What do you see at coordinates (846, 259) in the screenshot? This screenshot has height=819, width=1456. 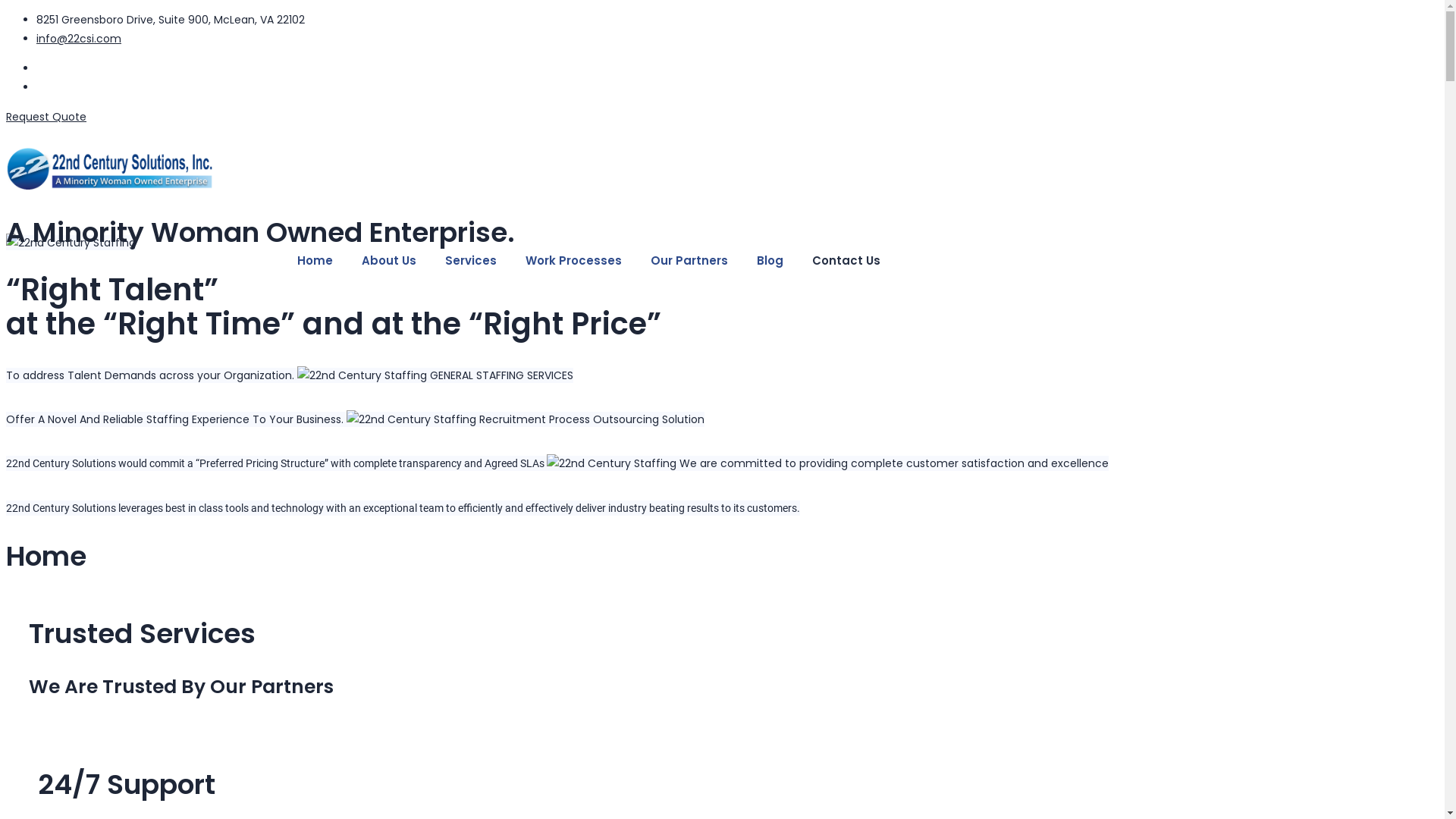 I see `'Contact Us'` at bounding box center [846, 259].